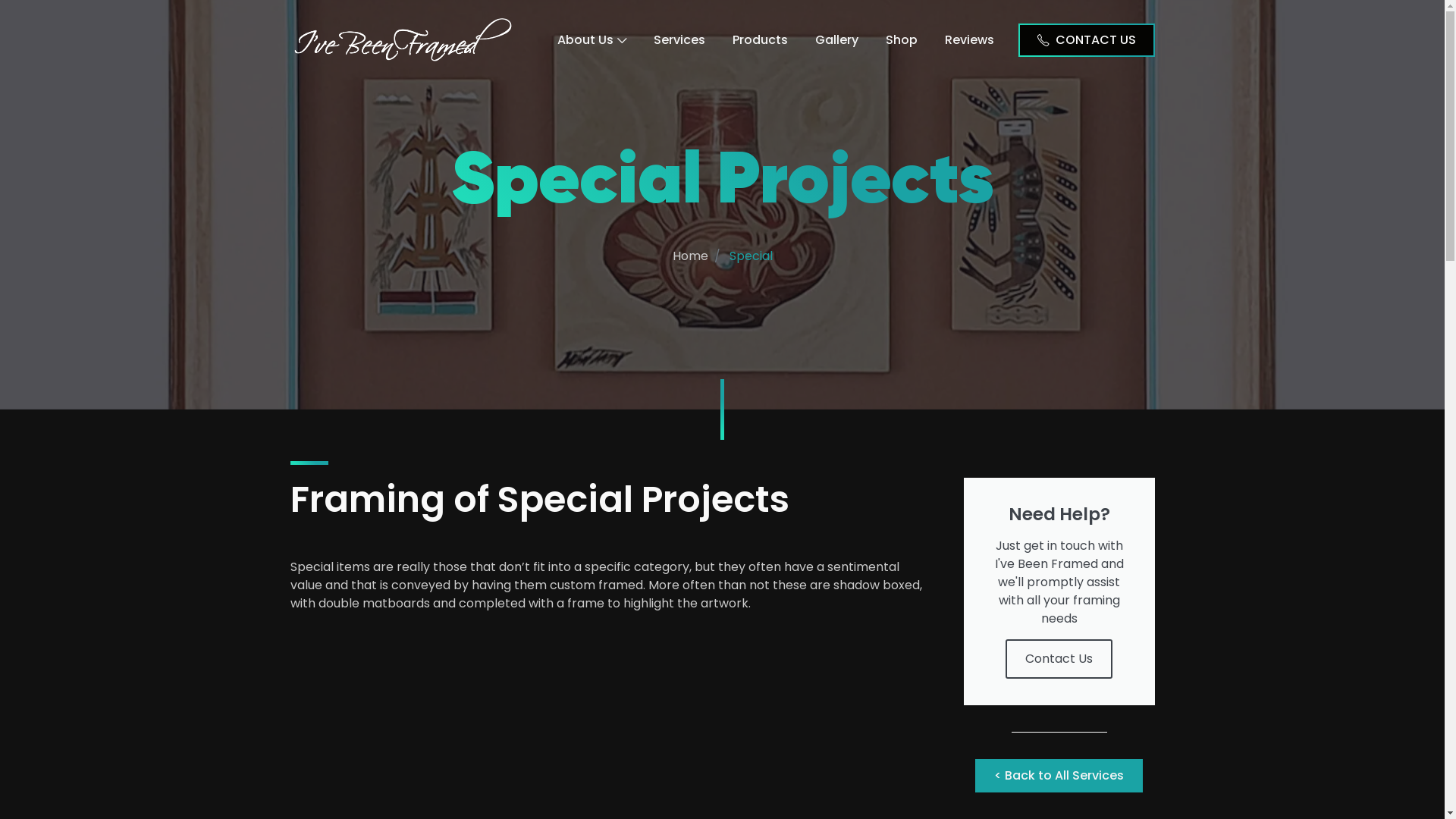 This screenshot has width=1456, height=819. What do you see at coordinates (689, 255) in the screenshot?
I see `'Home'` at bounding box center [689, 255].